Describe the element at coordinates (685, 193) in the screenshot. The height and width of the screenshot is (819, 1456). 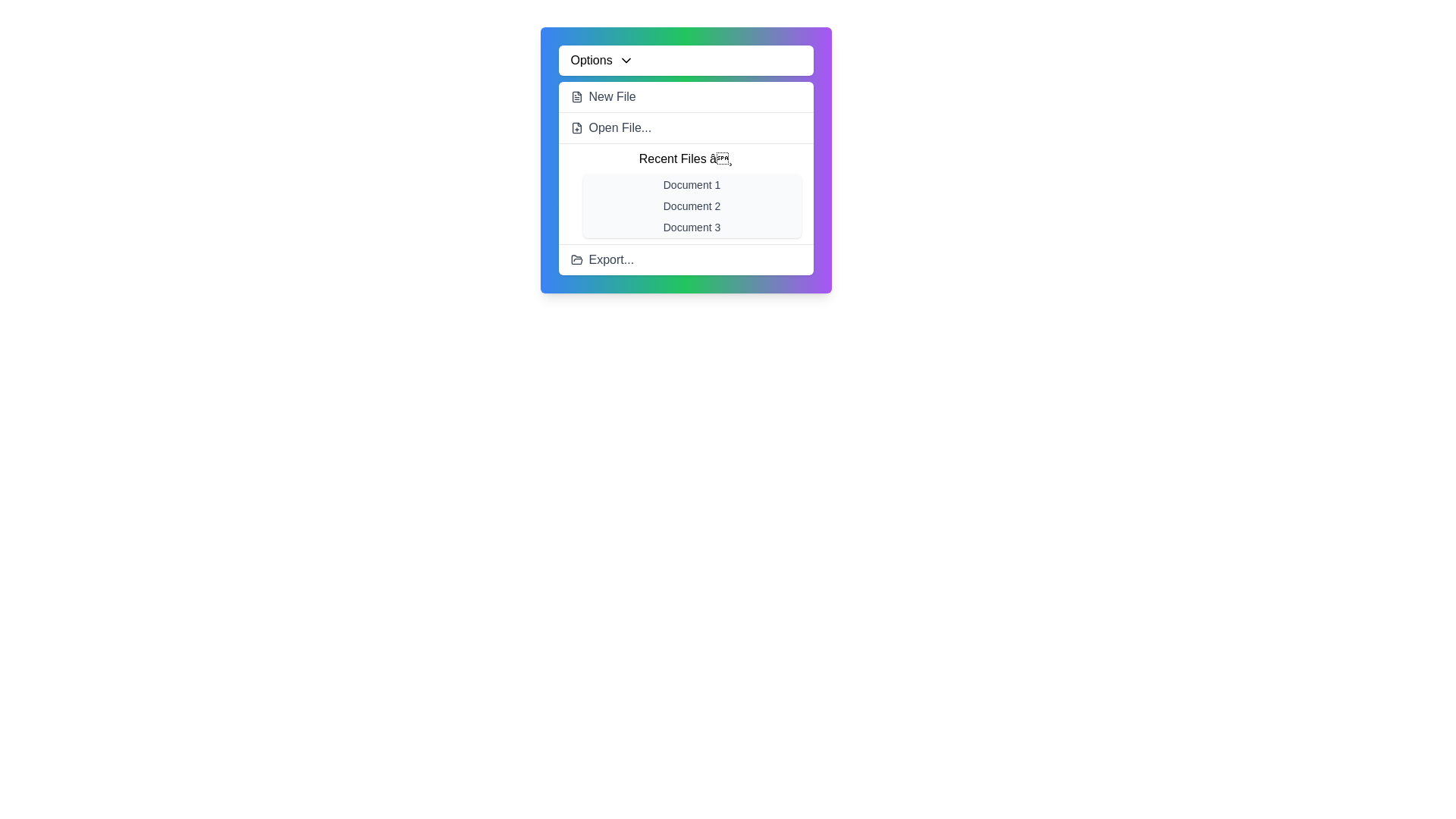
I see `filenames listed under the 'Recent Files ⋗' heading in the List component, which includes 'Document 1', 'Document 2', and 'Document 3'` at that location.